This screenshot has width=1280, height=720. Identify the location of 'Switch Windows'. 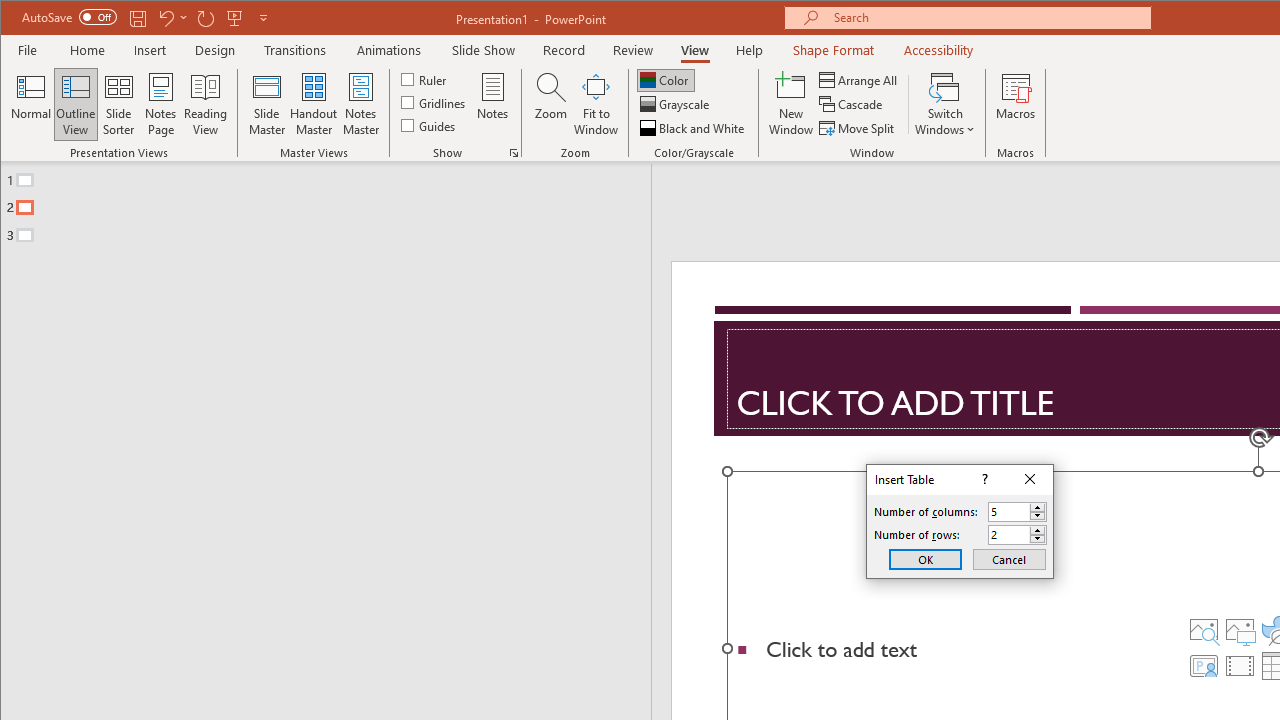
(944, 104).